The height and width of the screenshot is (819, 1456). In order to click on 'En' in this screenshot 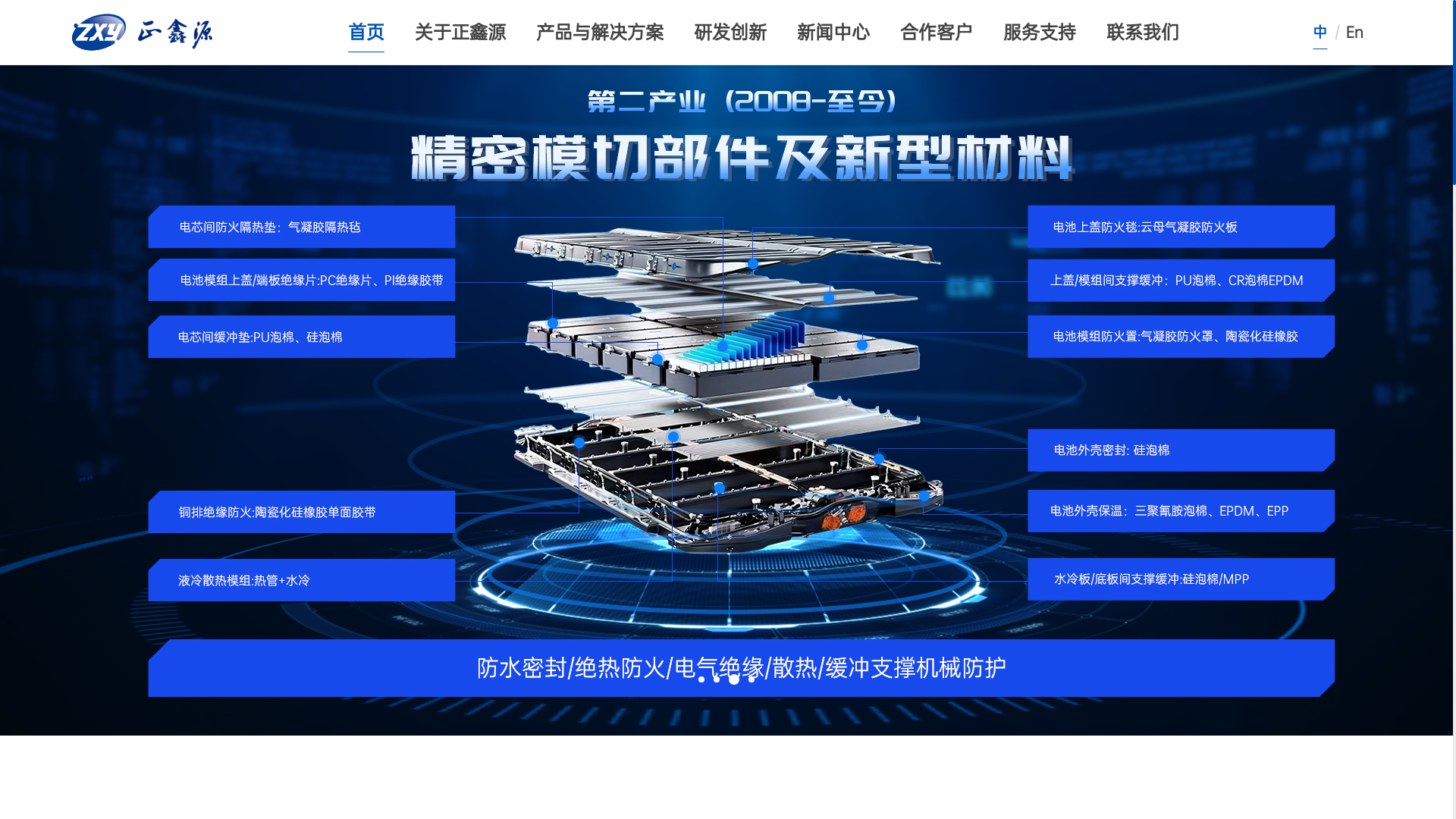, I will do `click(1354, 32)`.